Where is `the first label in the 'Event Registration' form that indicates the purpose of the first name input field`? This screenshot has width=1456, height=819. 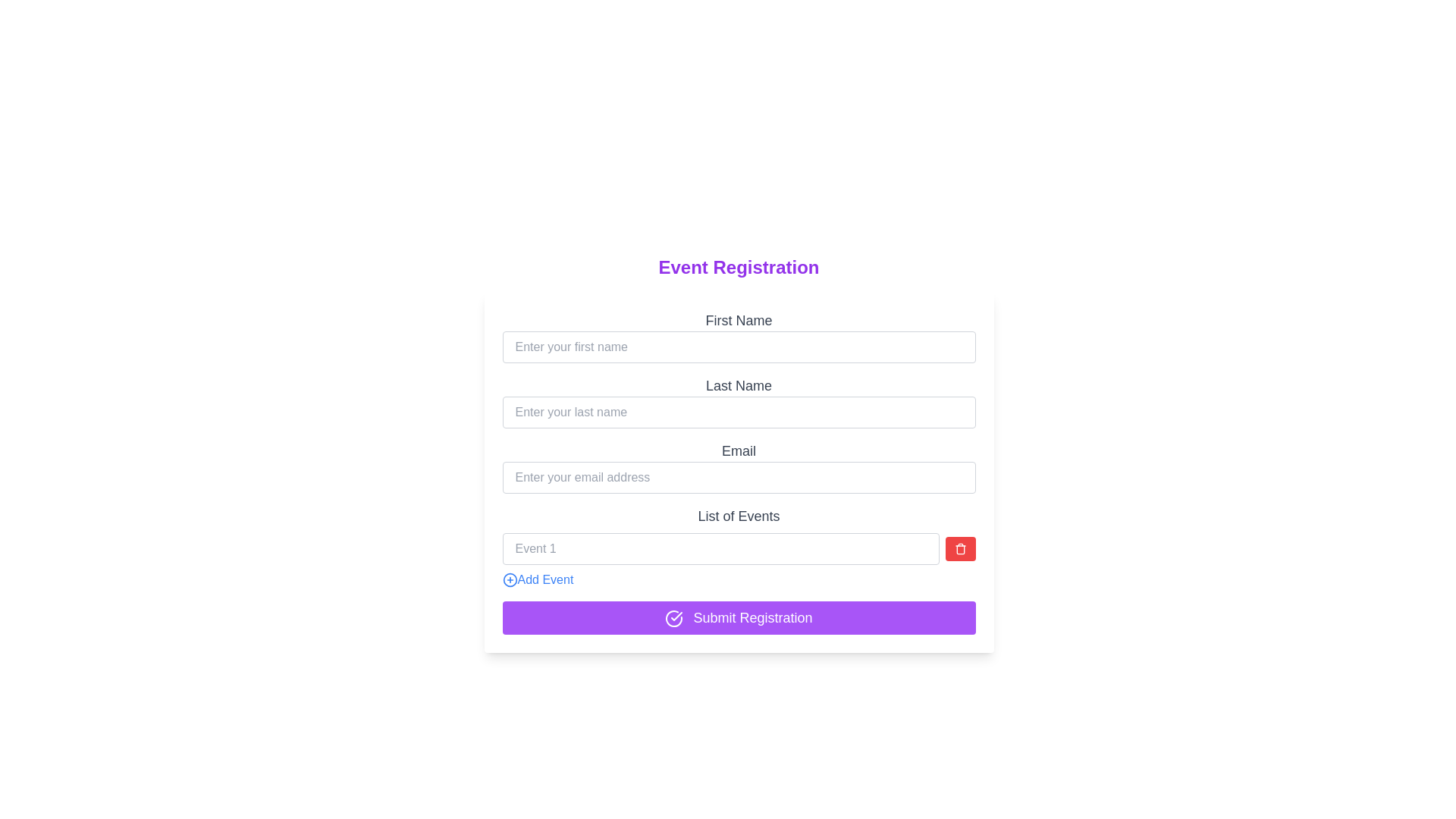 the first label in the 'Event Registration' form that indicates the purpose of the first name input field is located at coordinates (739, 320).